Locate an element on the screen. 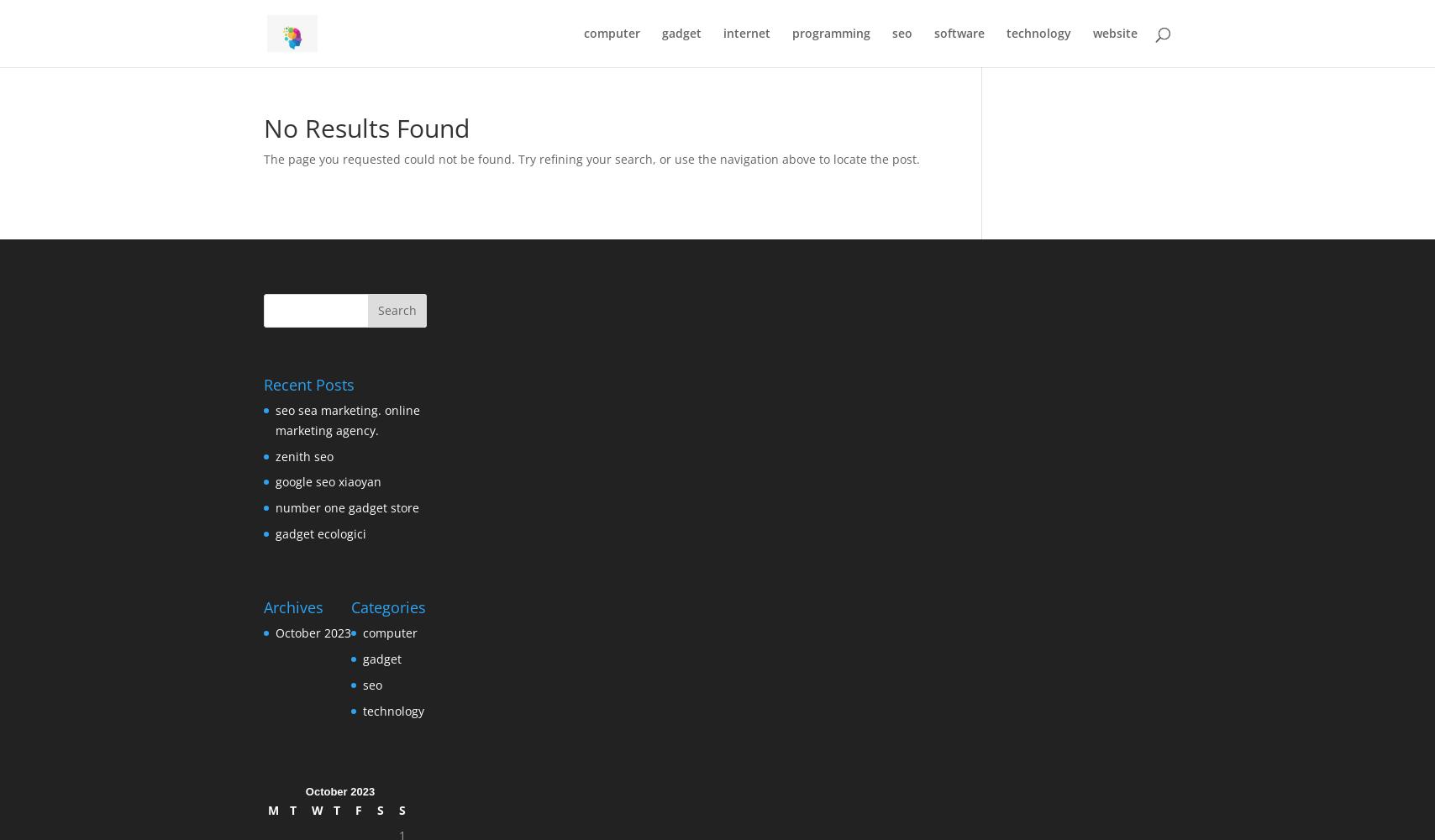  'internet' is located at coordinates (747, 33).